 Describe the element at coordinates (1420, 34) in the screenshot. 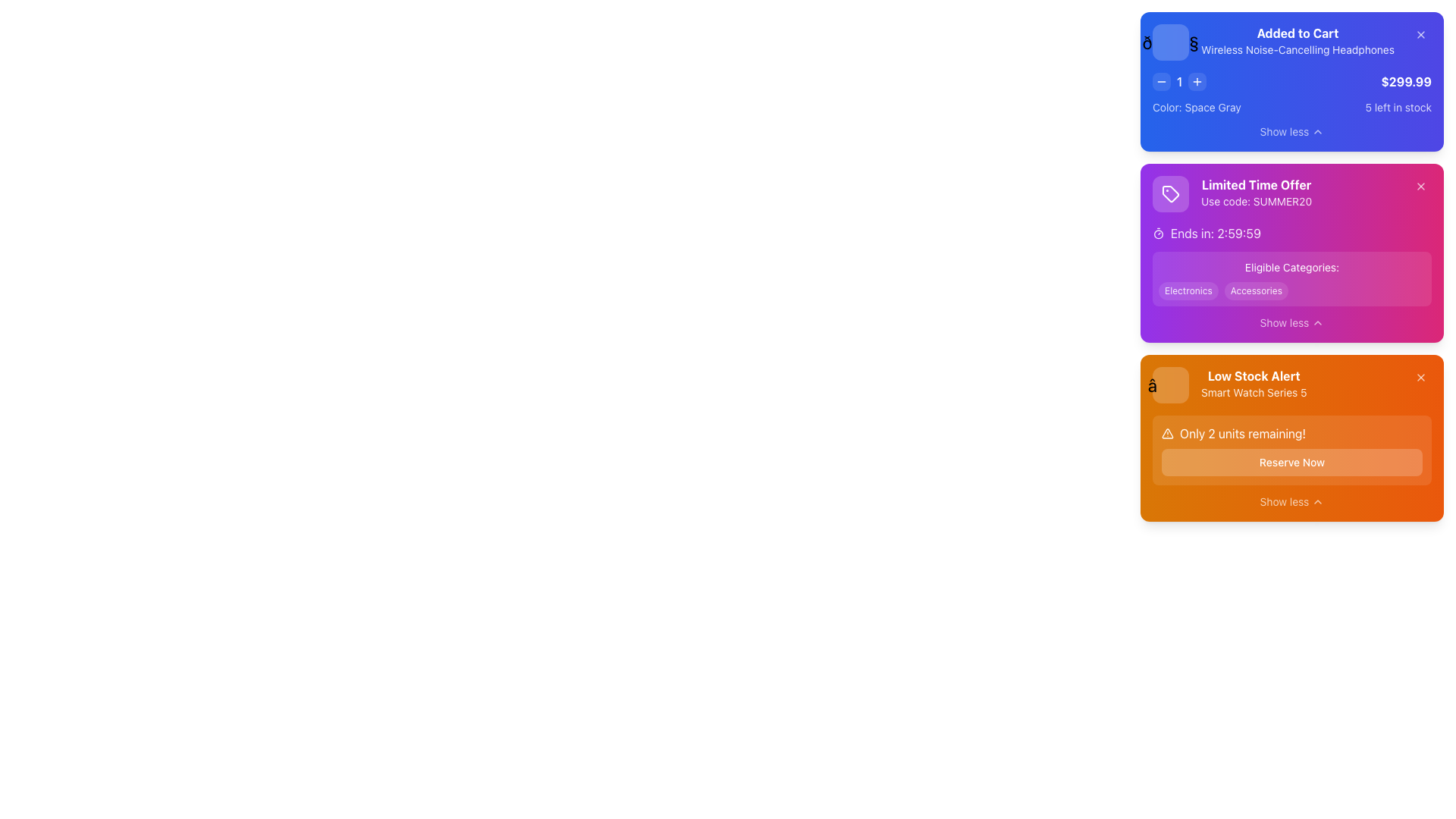

I see `the 'X' icon button in the top-right corner of the 'Added to Cart' card` at that location.